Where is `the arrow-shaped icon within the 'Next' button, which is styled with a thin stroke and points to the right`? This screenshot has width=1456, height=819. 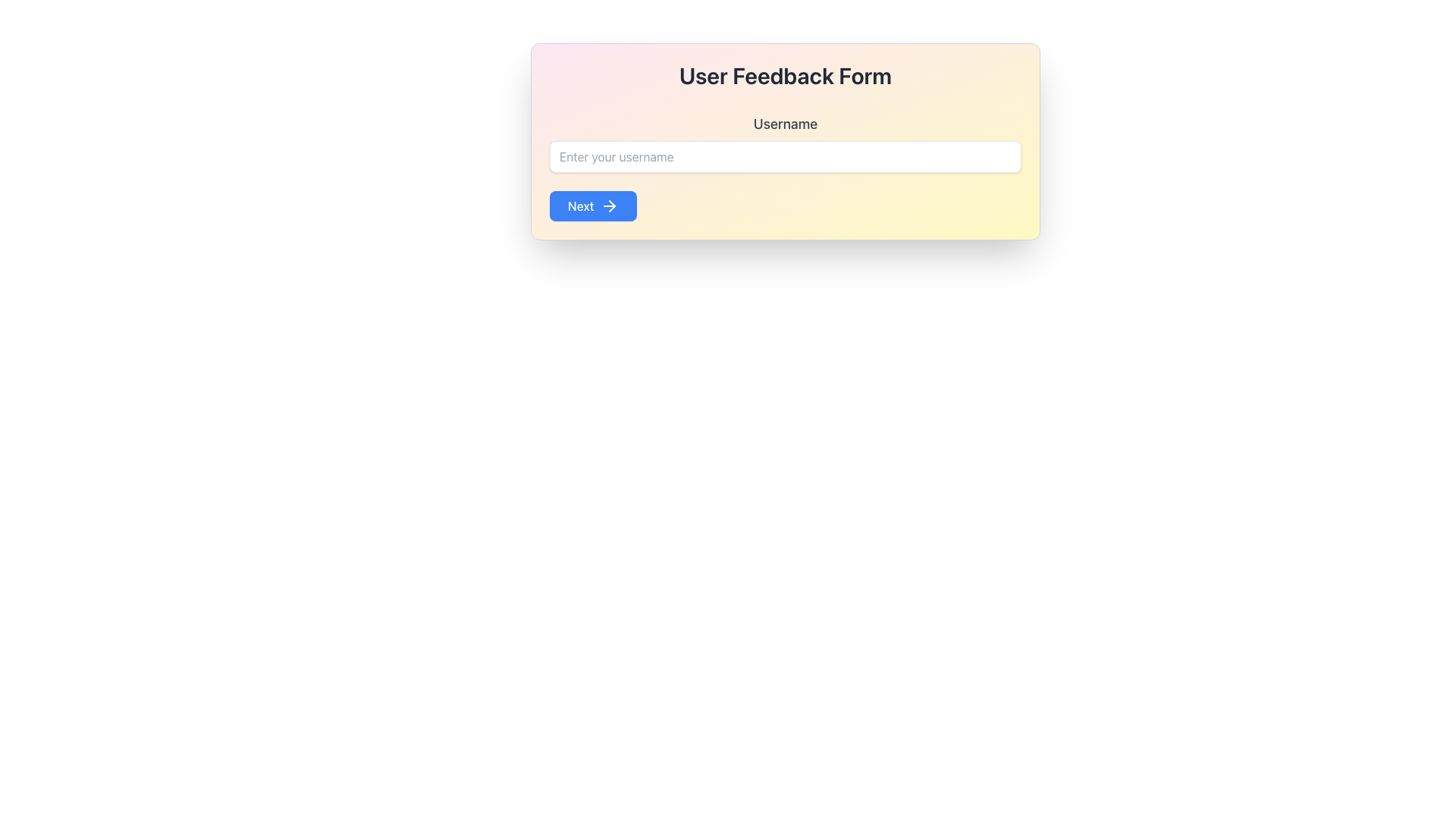
the arrow-shaped icon within the 'Next' button, which is styled with a thin stroke and points to the right is located at coordinates (611, 206).